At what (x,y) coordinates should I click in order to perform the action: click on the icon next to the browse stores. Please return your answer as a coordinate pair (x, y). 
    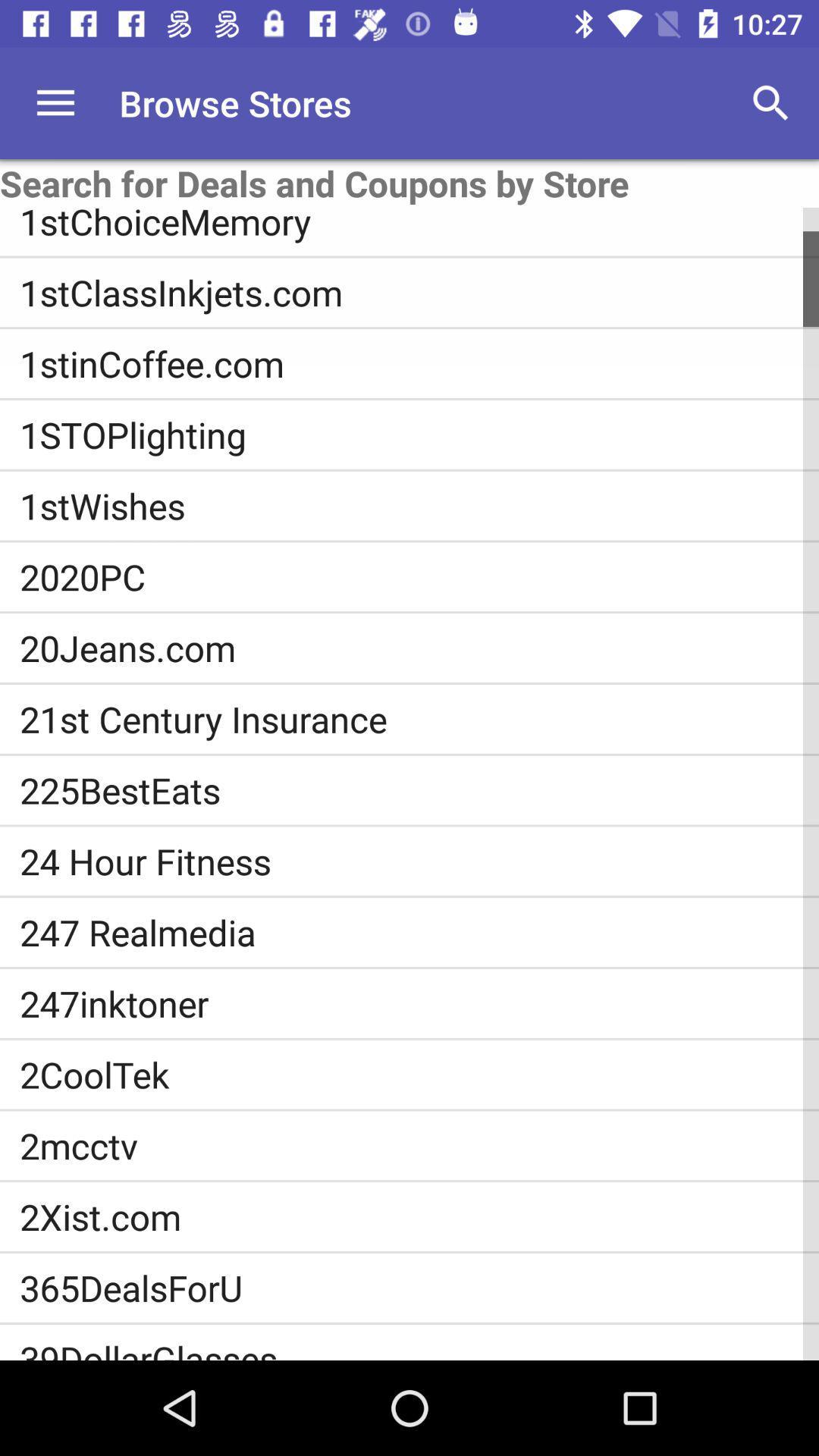
    Looking at the image, I should click on (55, 102).